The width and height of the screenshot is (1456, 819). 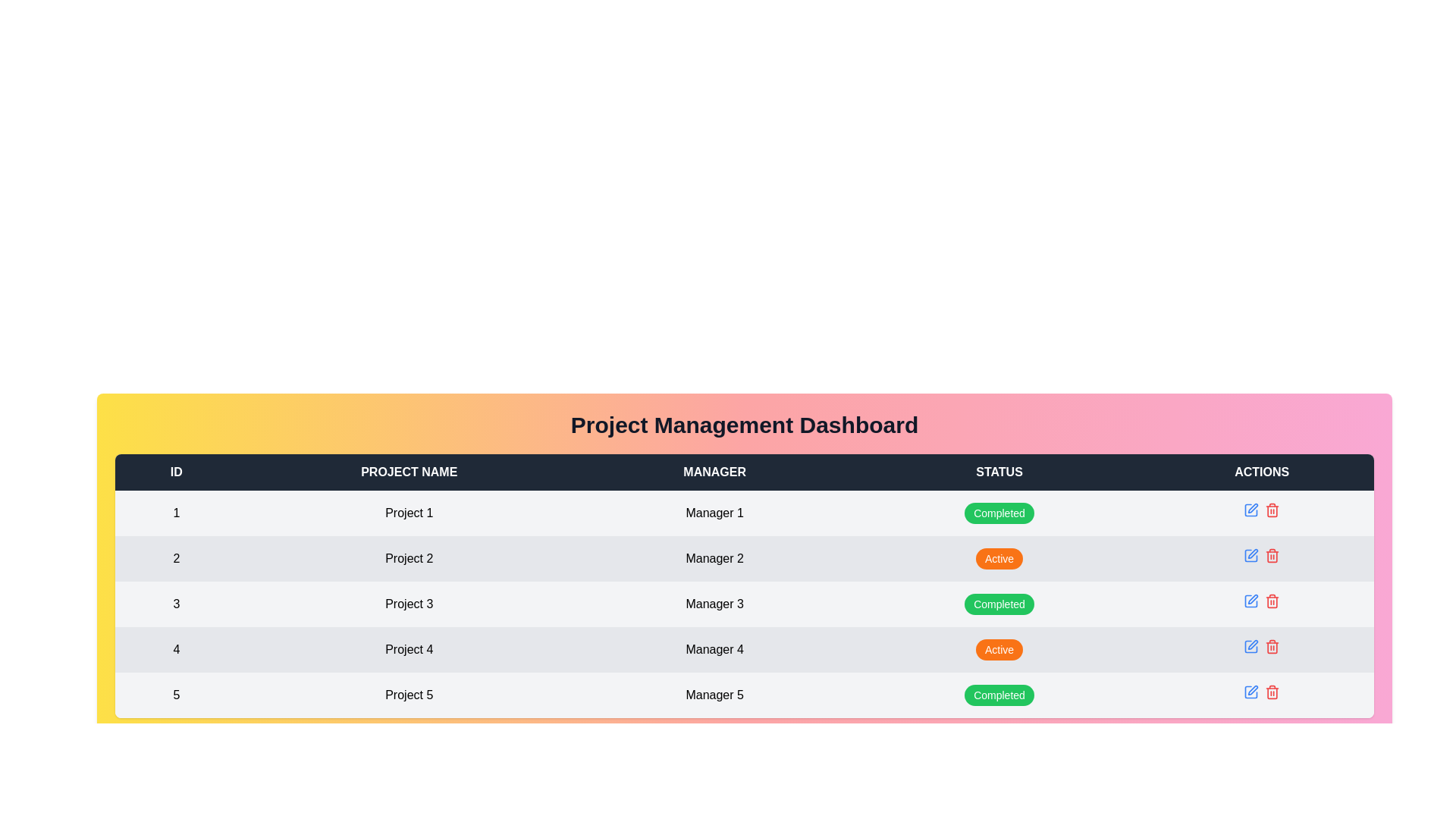 I want to click on the interactive button/icon in the 'Actions' column of the first row corresponding to 'Project 1', so click(x=1262, y=510).